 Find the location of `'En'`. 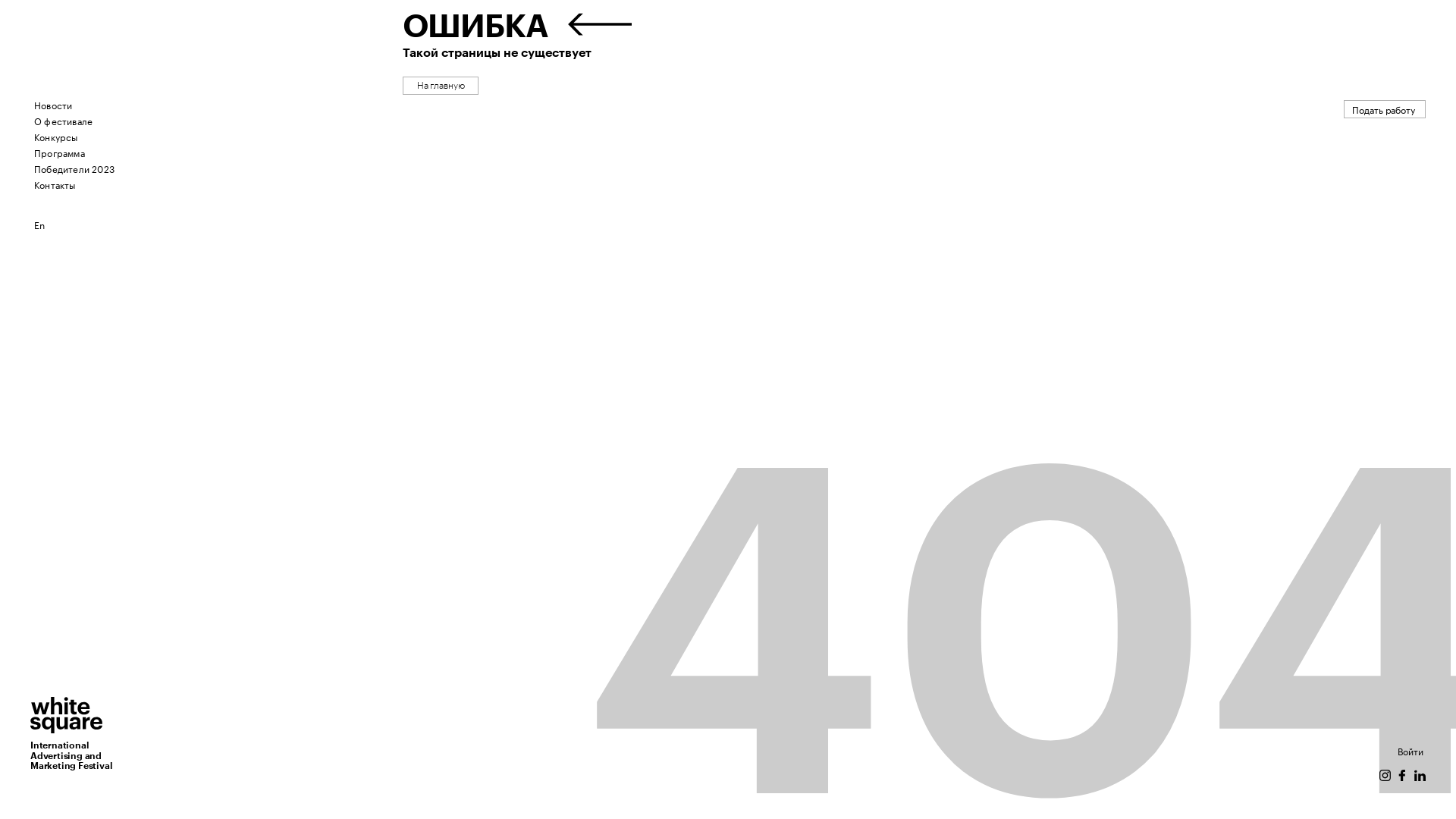

'En' is located at coordinates (39, 224).